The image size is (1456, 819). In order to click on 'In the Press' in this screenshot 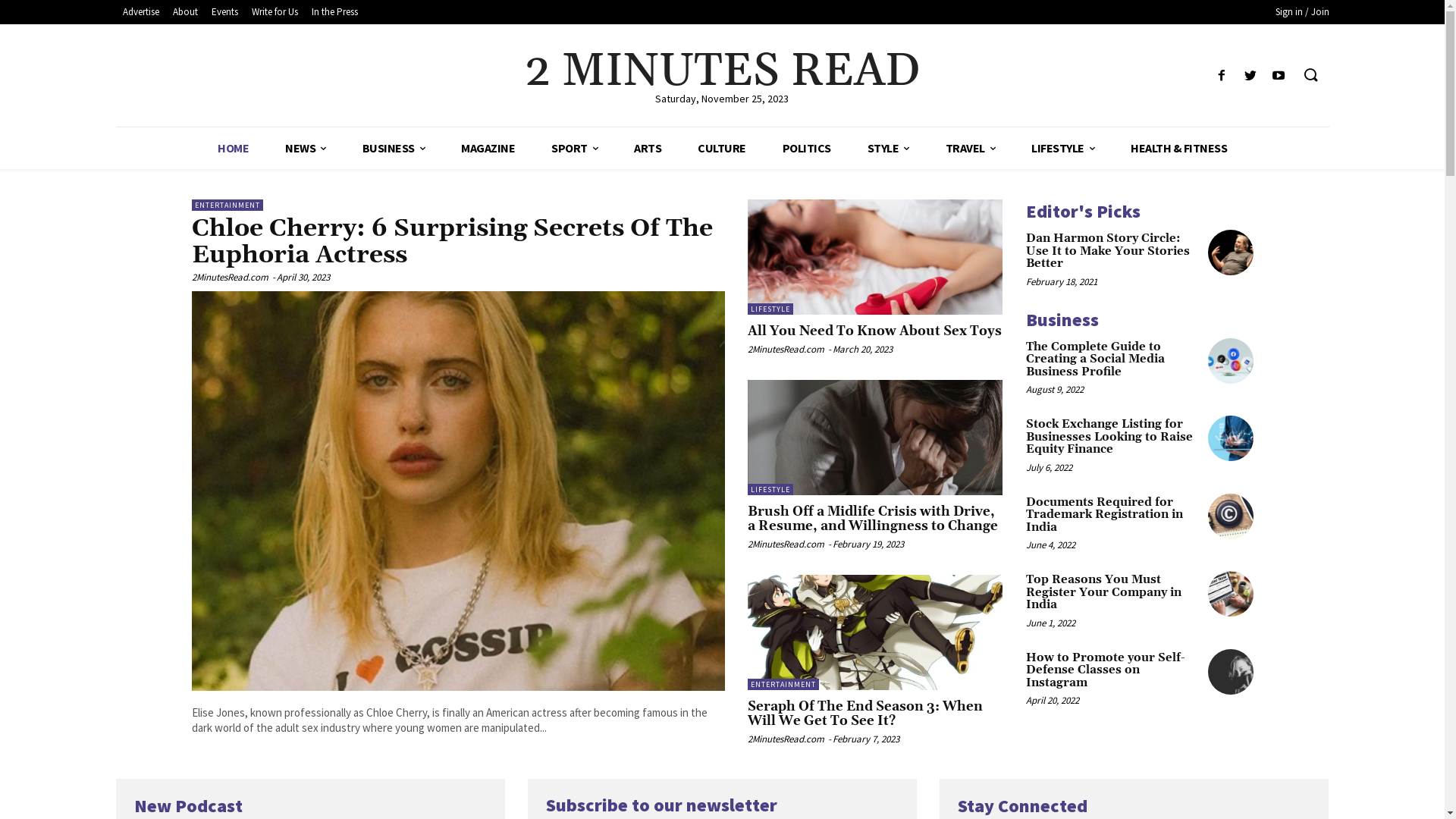, I will do `click(334, 11)`.